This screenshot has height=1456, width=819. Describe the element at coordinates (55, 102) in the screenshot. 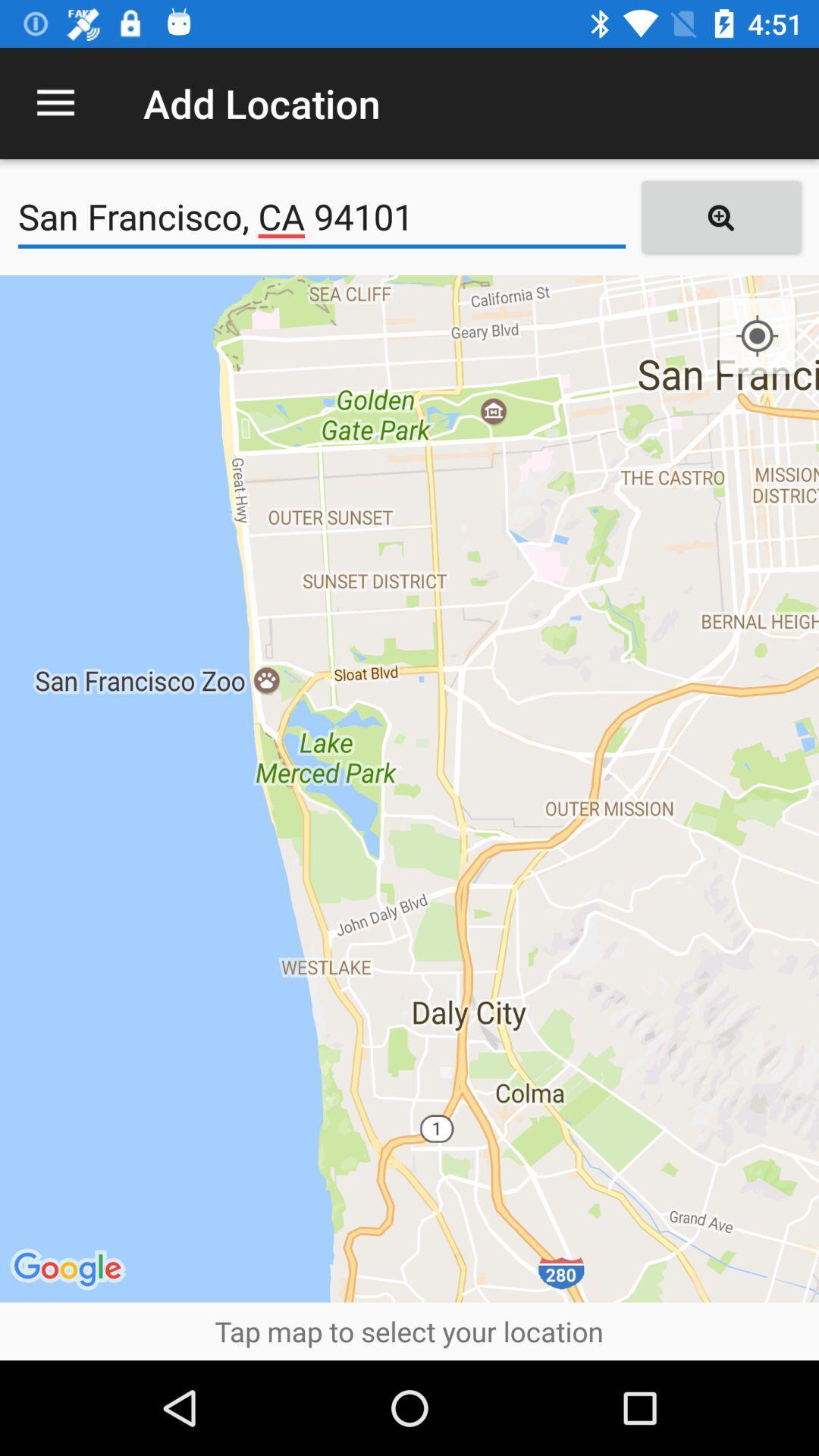

I see `the item above san francisco ca icon` at that location.